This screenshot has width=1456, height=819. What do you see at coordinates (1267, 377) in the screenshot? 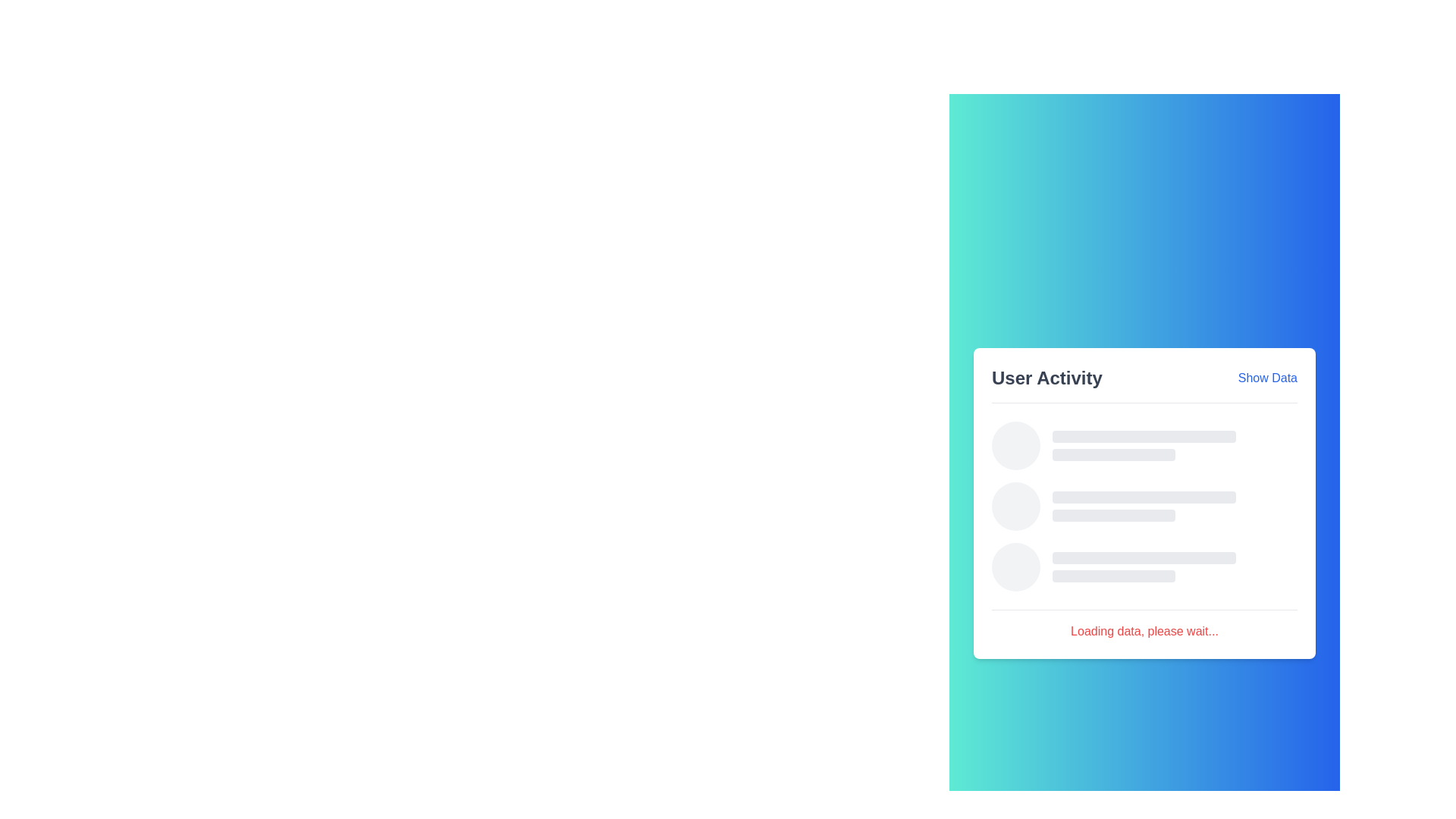
I see `the 'Show Data' text link located in the top-right corner of the panel containing the title 'User Activity'` at bounding box center [1267, 377].